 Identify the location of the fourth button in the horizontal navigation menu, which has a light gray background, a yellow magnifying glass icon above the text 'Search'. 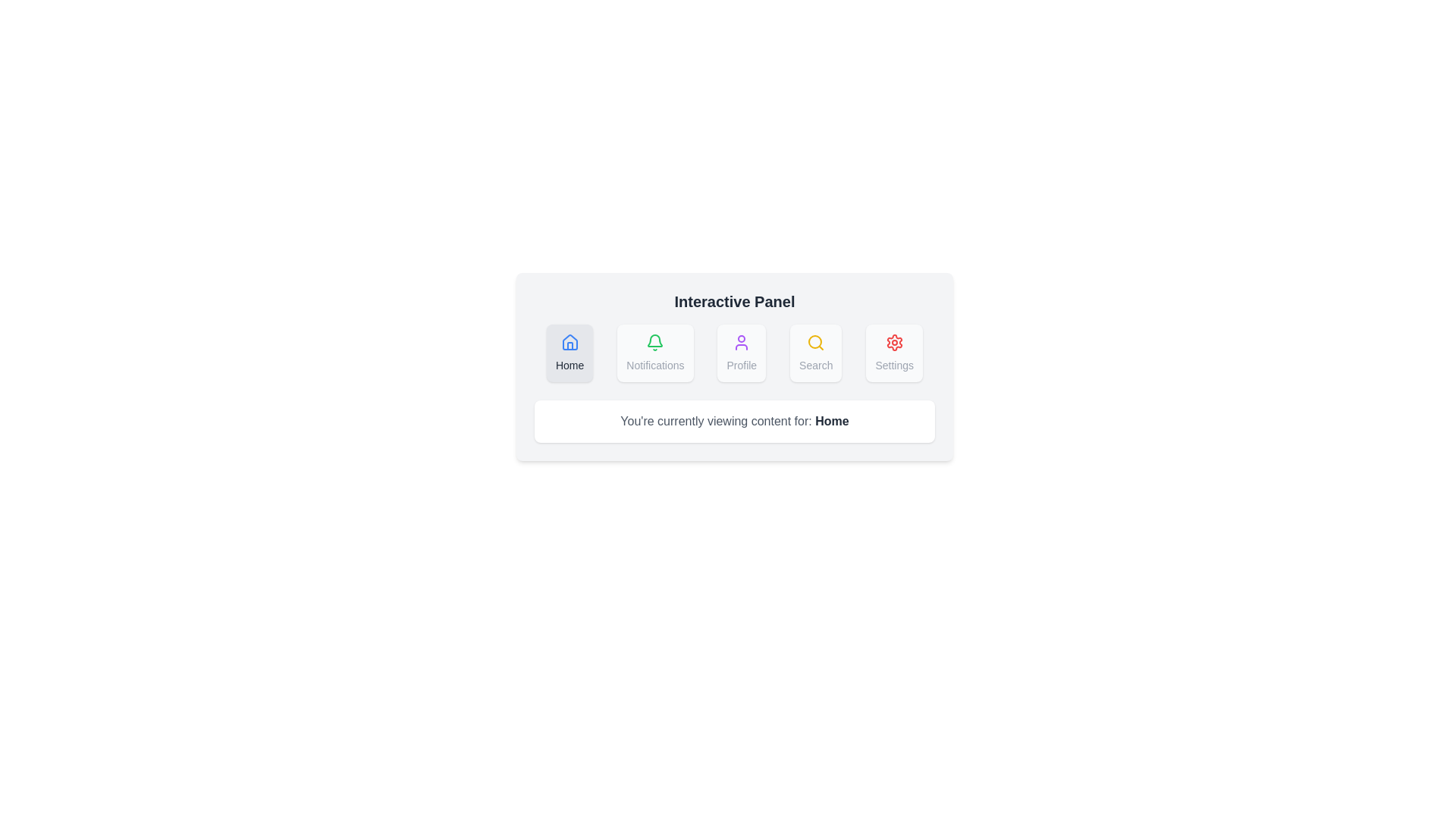
(815, 353).